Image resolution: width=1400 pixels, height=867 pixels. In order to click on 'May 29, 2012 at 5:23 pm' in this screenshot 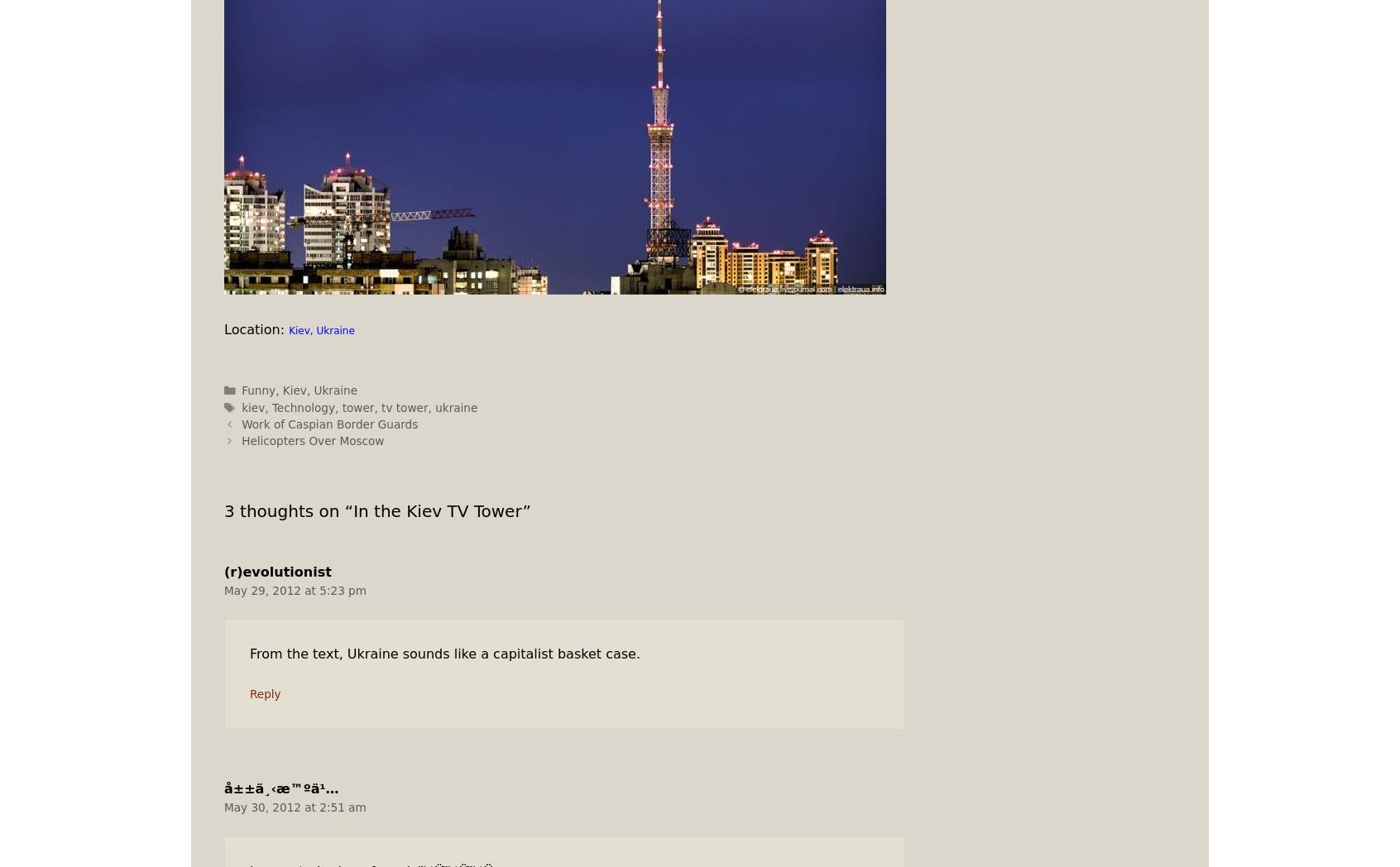, I will do `click(295, 588)`.